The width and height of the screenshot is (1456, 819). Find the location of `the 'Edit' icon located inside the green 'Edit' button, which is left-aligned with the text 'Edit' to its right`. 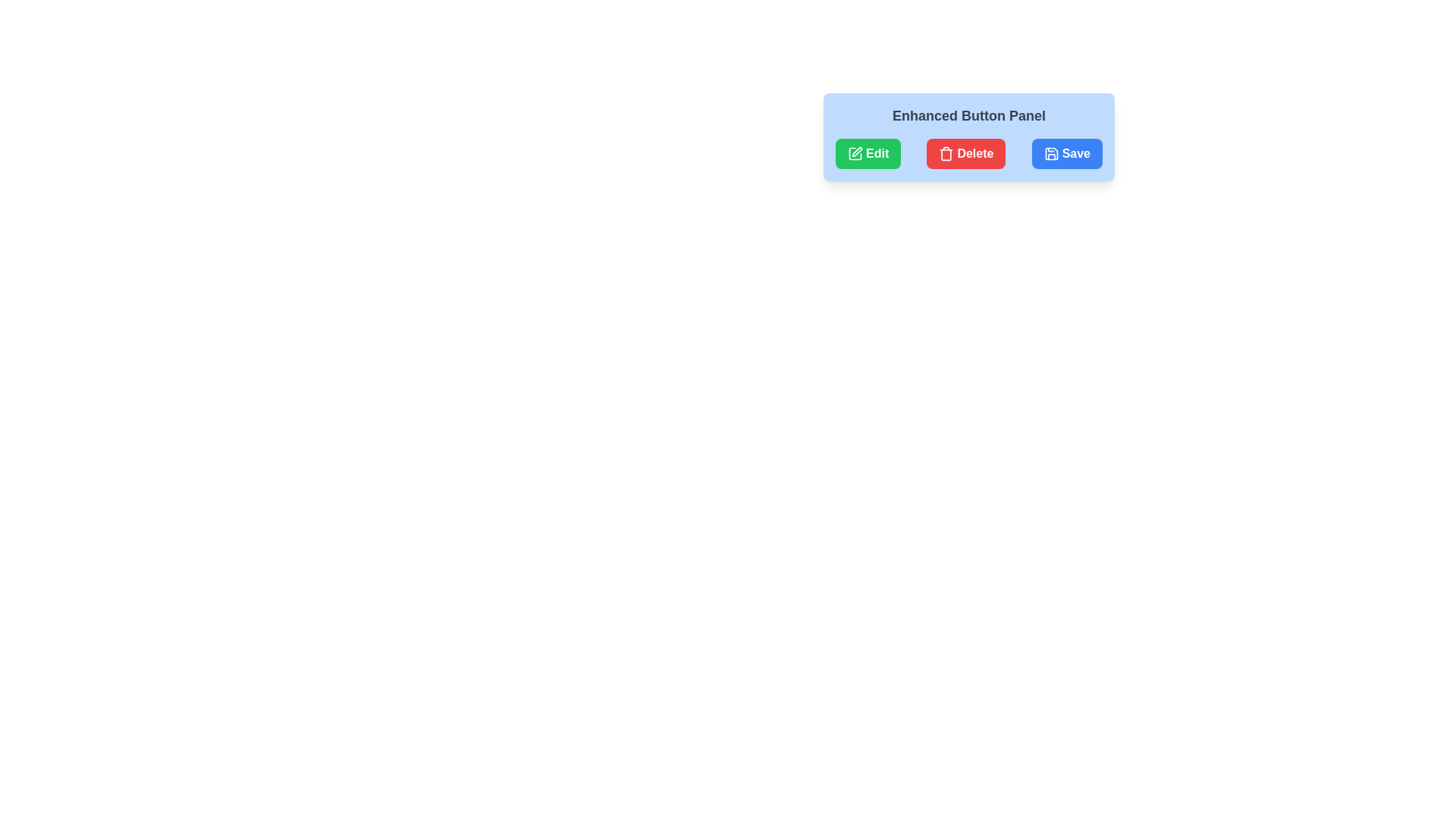

the 'Edit' icon located inside the green 'Edit' button, which is left-aligned with the text 'Edit' to its right is located at coordinates (855, 154).